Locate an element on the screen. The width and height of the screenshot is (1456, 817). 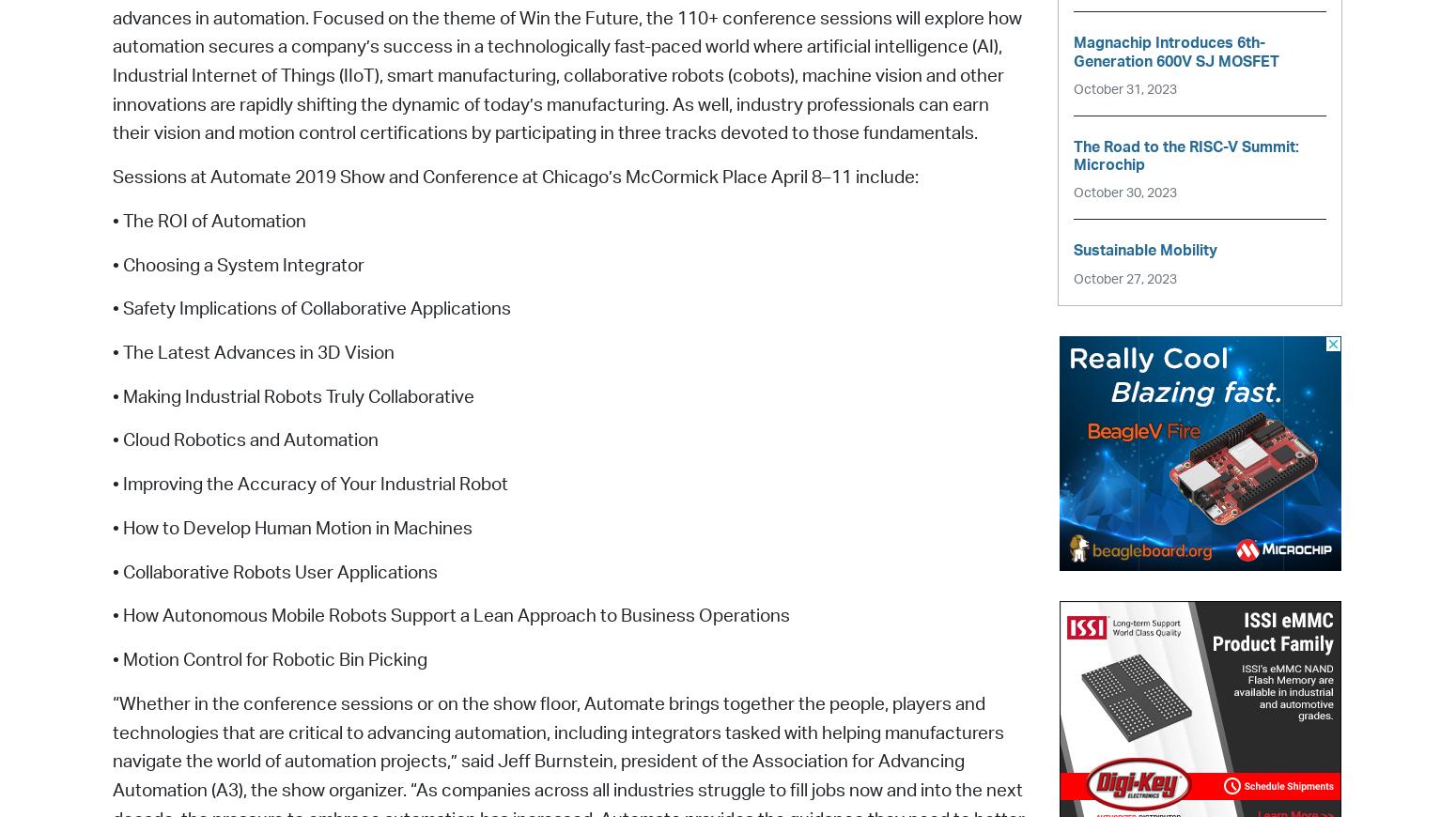
'• Motion Control for Robotic Bin Picking' is located at coordinates (112, 660).